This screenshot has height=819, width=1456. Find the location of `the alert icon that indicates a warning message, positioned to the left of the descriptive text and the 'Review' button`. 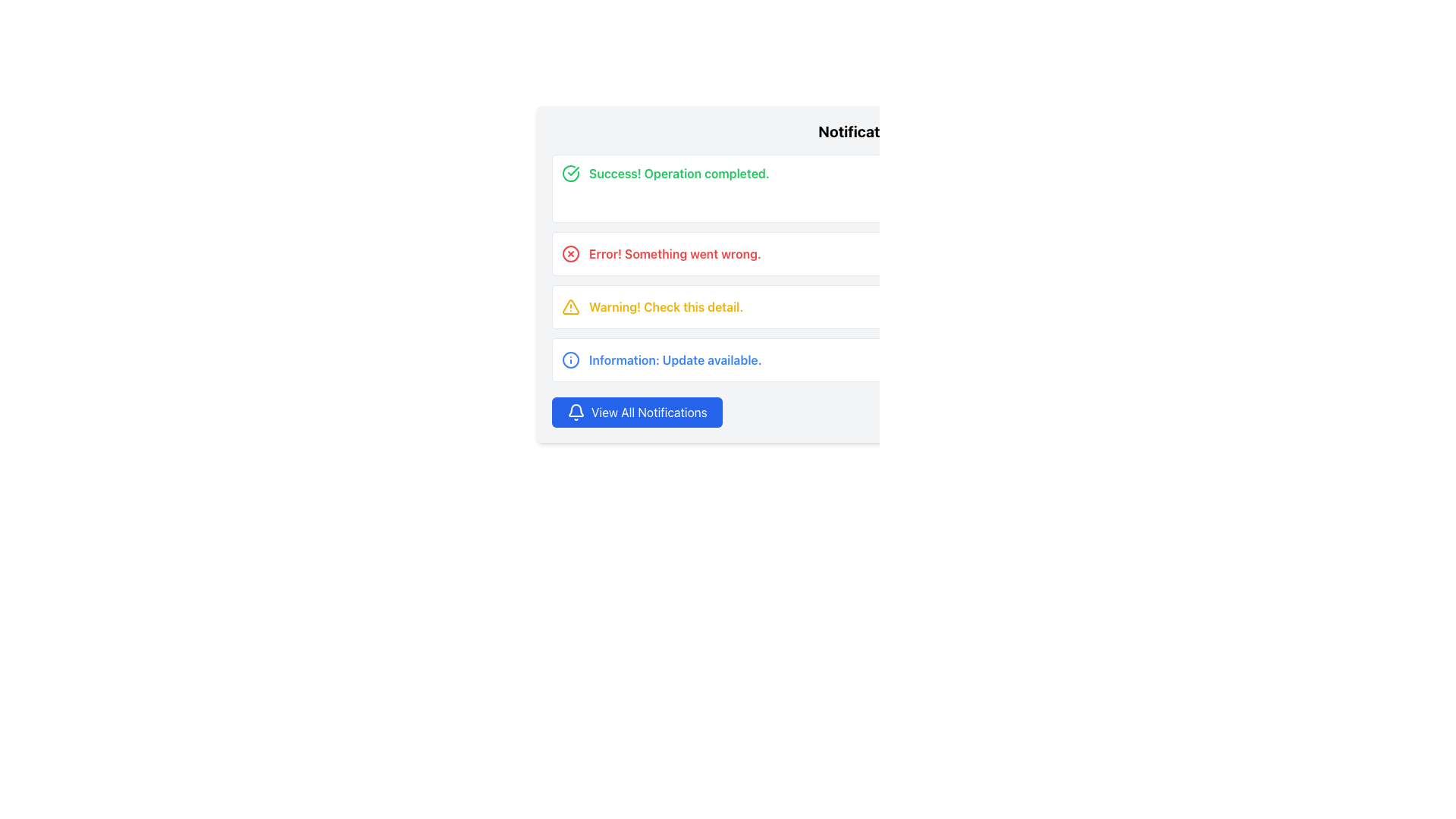

the alert icon that indicates a warning message, positioned to the left of the descriptive text and the 'Review' button is located at coordinates (570, 307).